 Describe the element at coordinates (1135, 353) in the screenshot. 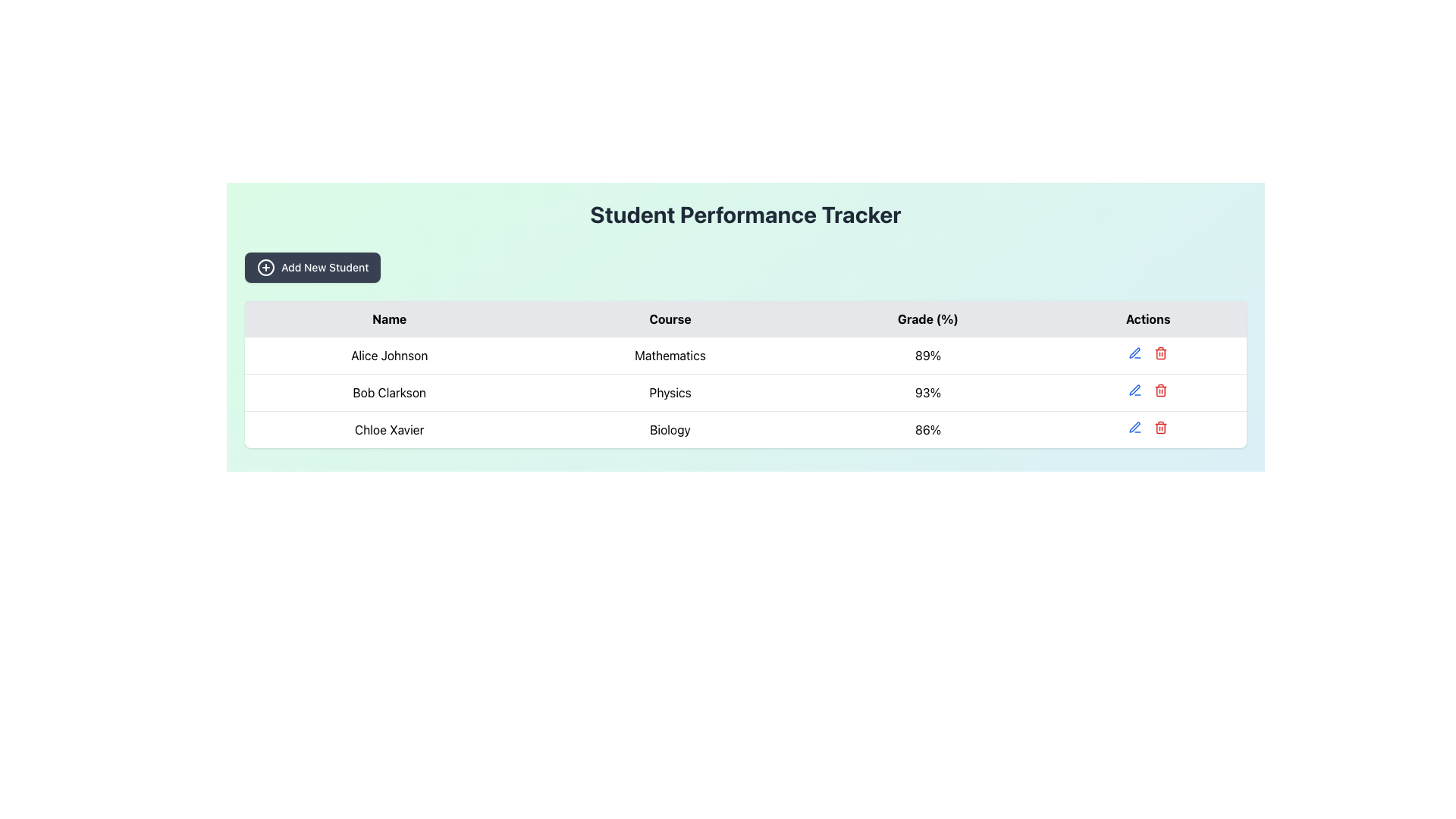

I see `the small blue pen-shaped icon in the 'Actions' column corresponding to student Alice Johnson` at that location.